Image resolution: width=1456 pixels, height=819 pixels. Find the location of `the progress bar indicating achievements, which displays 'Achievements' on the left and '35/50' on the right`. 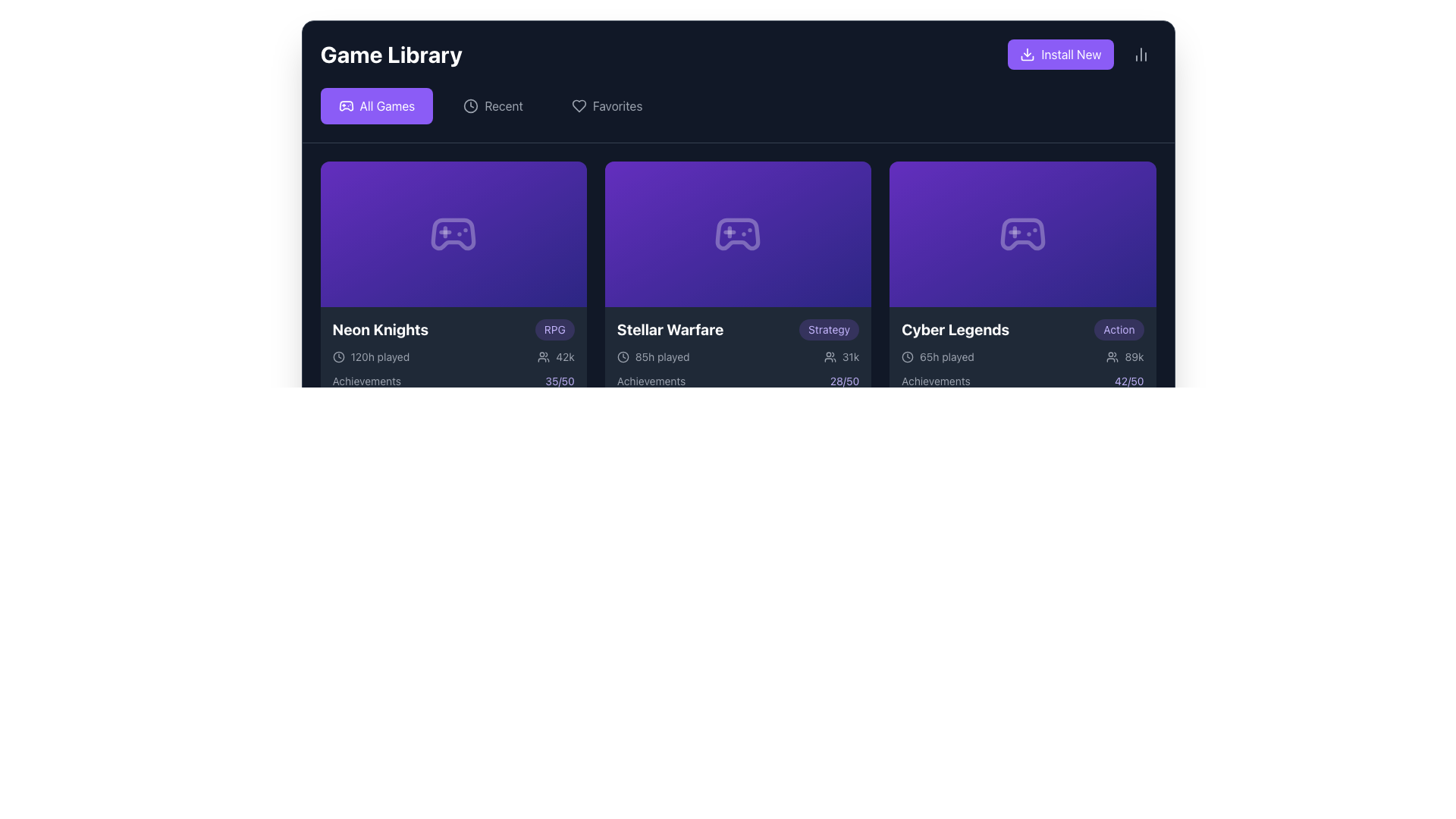

the progress bar indicating achievements, which displays 'Achievements' on the left and '35/50' on the right is located at coordinates (453, 386).